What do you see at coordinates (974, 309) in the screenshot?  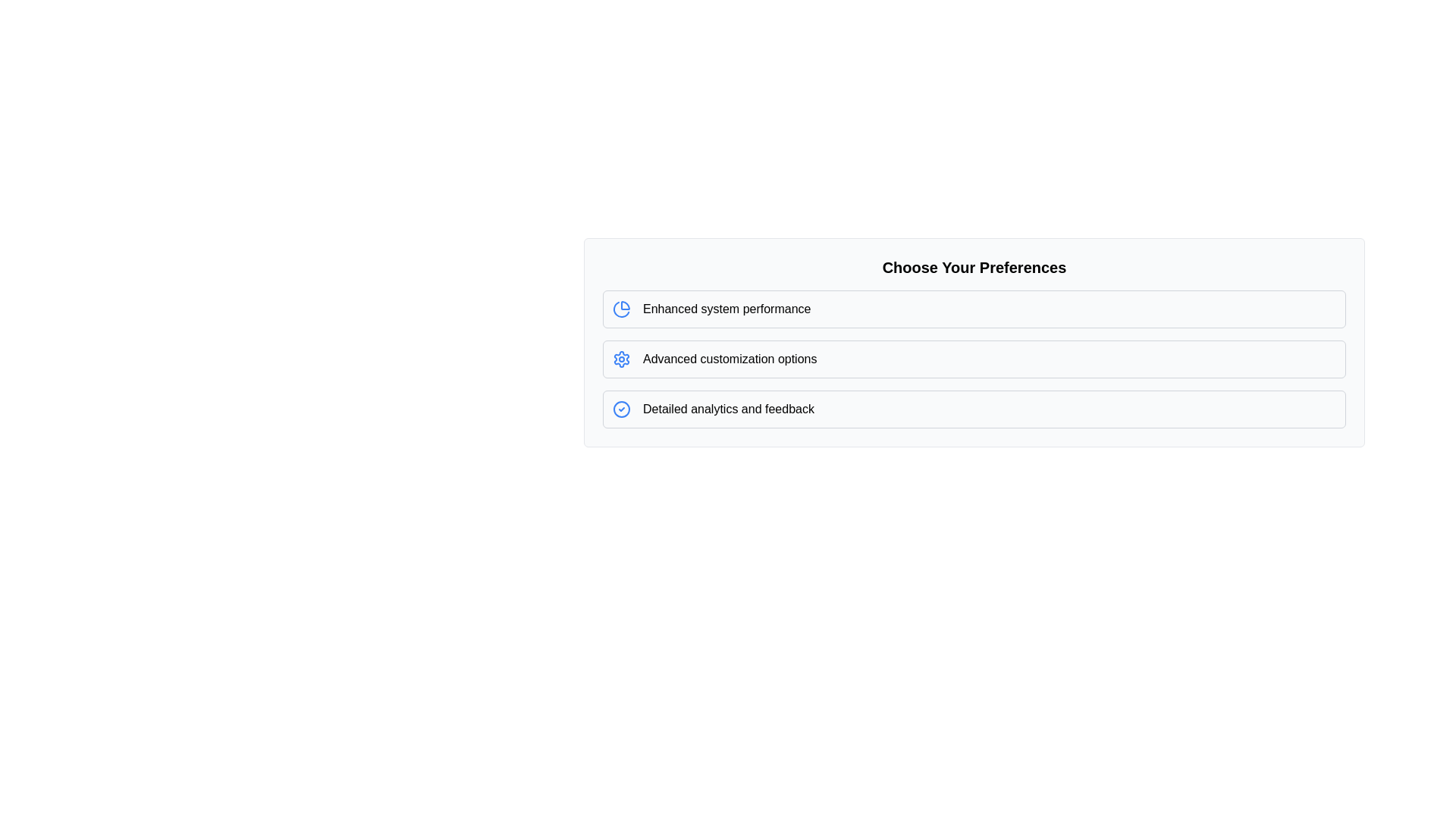 I see `the first selectable option for 'Enhanced system performance' in the vertical list` at bounding box center [974, 309].